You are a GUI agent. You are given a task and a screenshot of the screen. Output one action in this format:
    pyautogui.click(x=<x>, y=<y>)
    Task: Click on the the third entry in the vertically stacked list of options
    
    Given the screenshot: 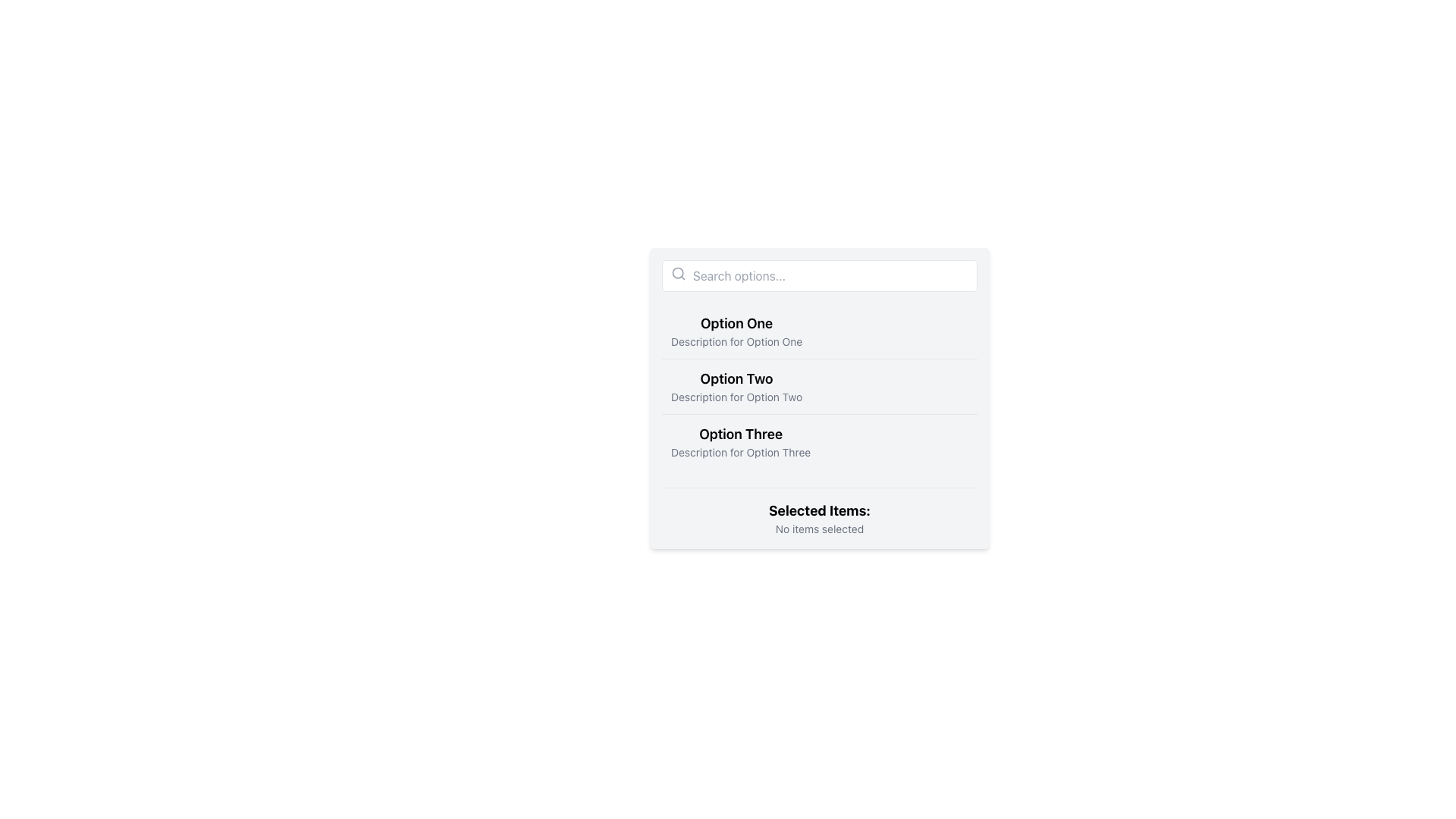 What is the action you would take?
    pyautogui.click(x=818, y=441)
    